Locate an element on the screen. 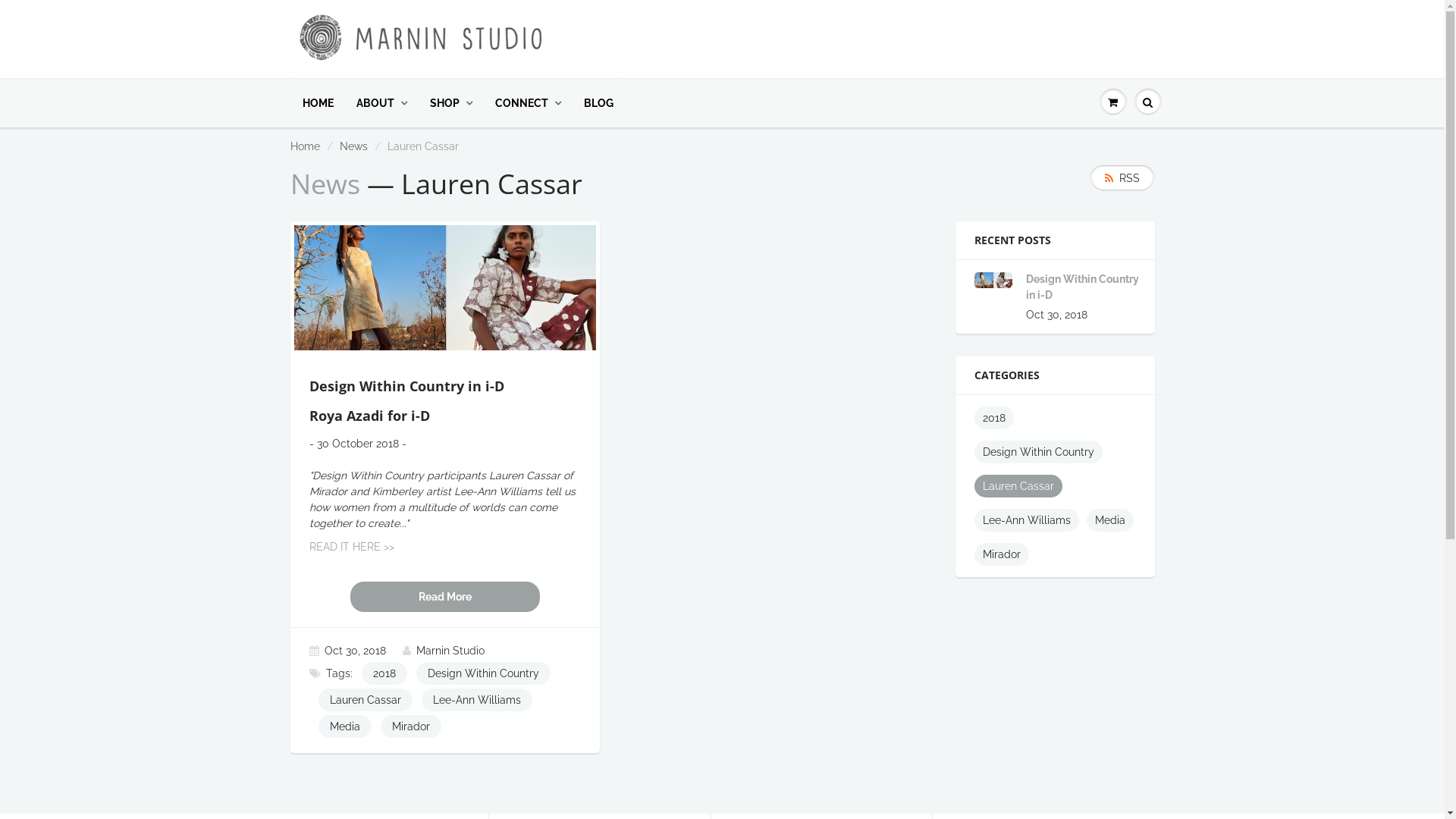 The width and height of the screenshot is (1456, 819). 'Lee-Ann Williams' is located at coordinates (475, 699).